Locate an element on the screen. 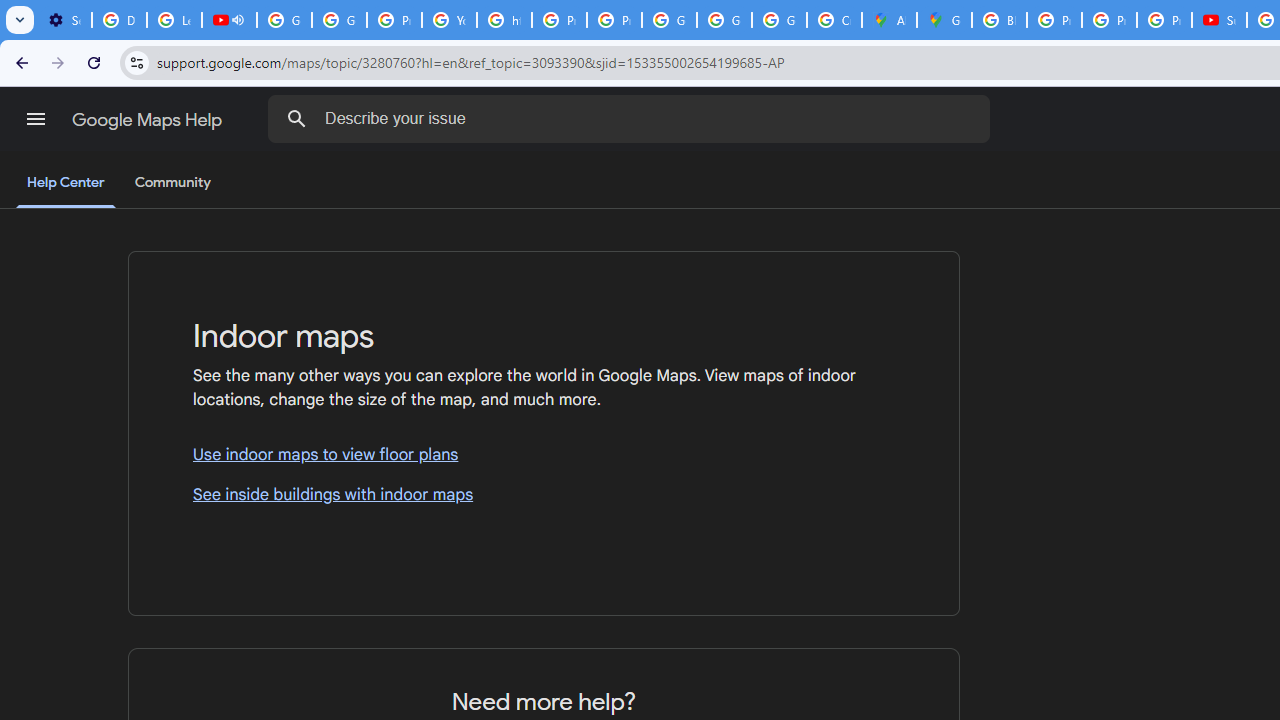  'Learn how to find your photos - Google Photos Help' is located at coordinates (174, 20).